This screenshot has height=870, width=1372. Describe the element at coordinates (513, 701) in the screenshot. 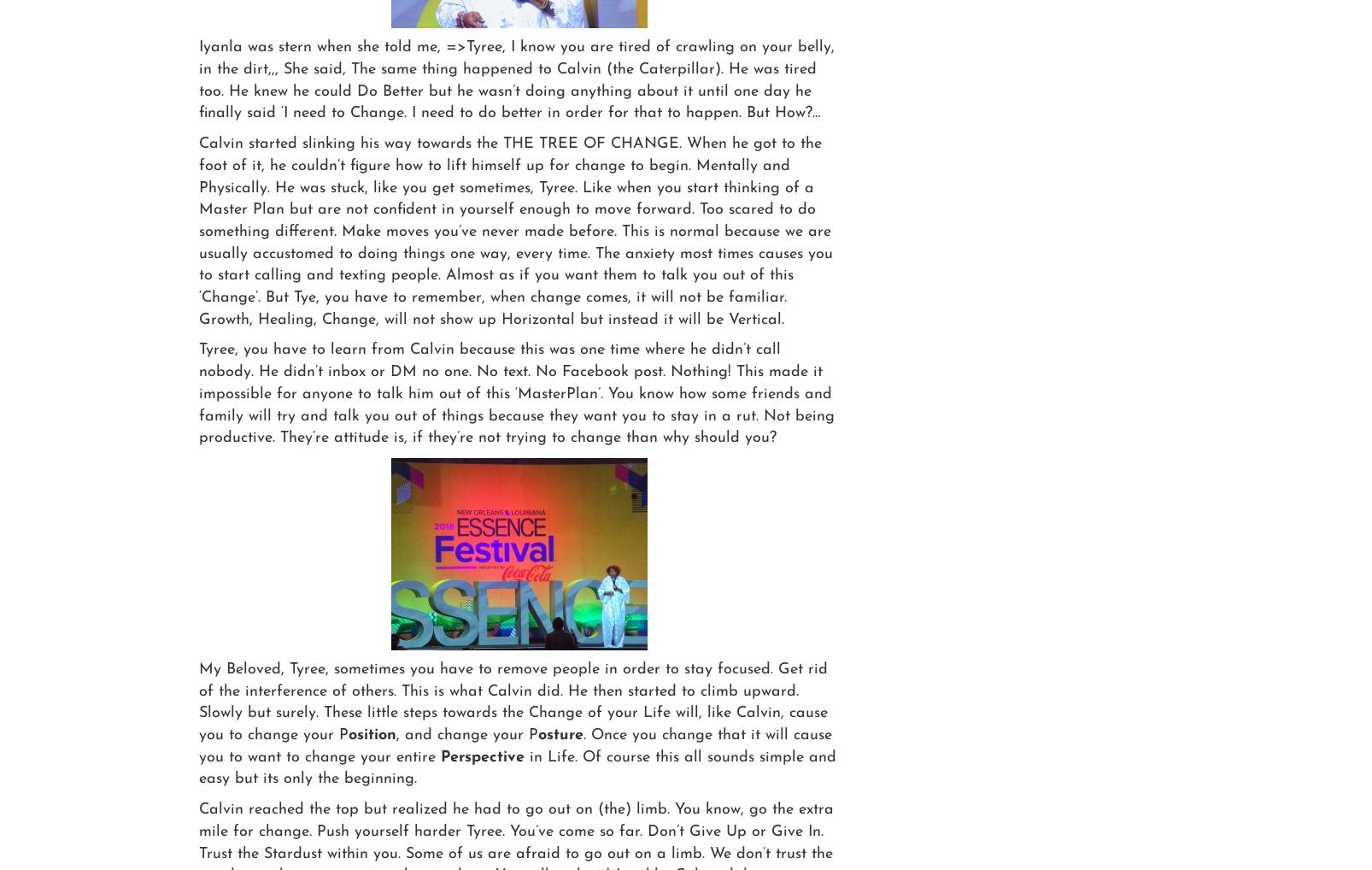

I see `'My Beloved, Tyree, sometimes you have to remove people in order to stay focused. Get rid of the interference of others. This is what Calvin did. He then started to climb upward. Slowly but surely. These little steps towards the Change of your Life will, like Calvin, cause you to change your P'` at that location.